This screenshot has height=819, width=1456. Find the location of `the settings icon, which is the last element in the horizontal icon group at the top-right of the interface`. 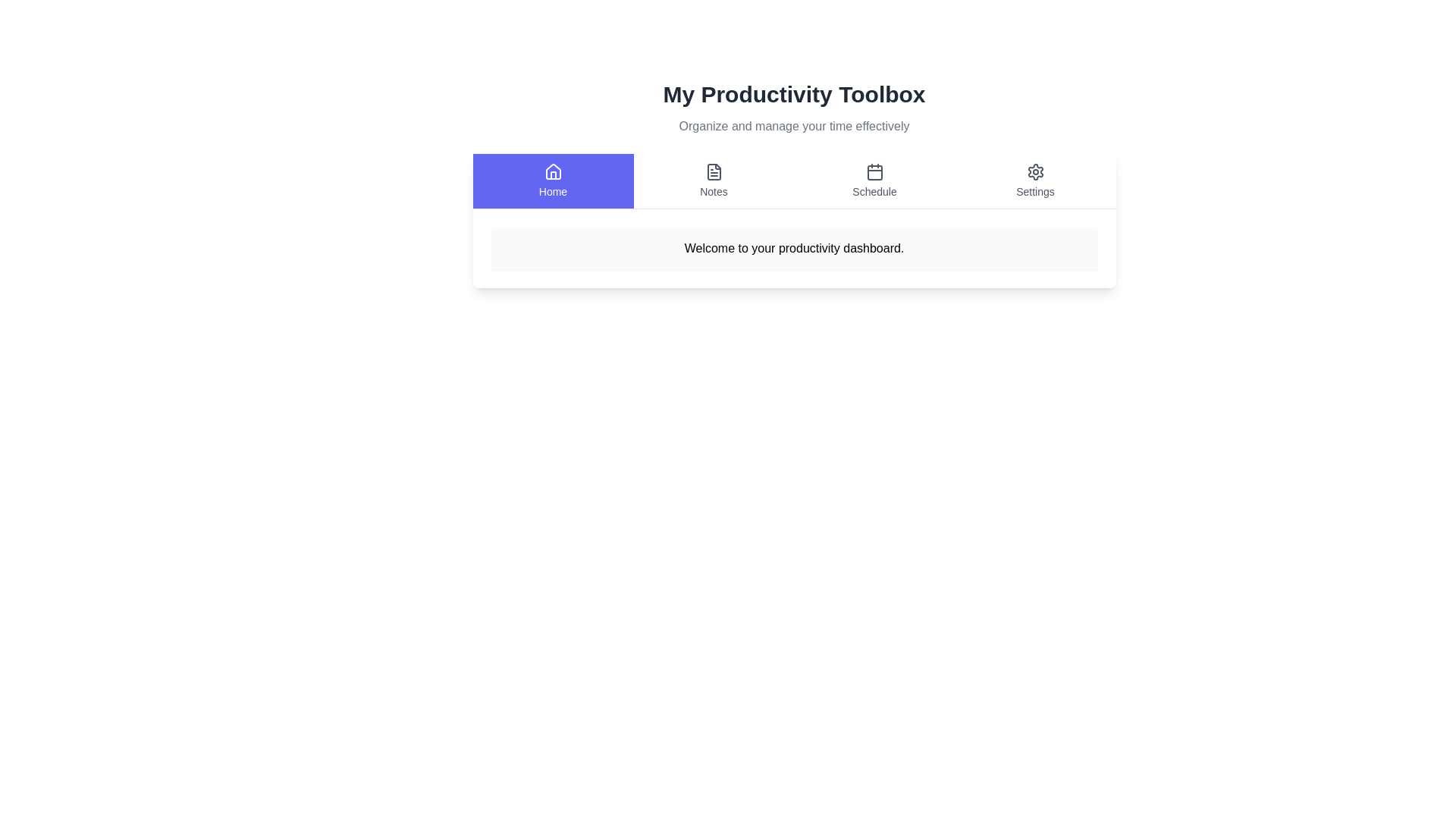

the settings icon, which is the last element in the horizontal icon group at the top-right of the interface is located at coordinates (1034, 171).